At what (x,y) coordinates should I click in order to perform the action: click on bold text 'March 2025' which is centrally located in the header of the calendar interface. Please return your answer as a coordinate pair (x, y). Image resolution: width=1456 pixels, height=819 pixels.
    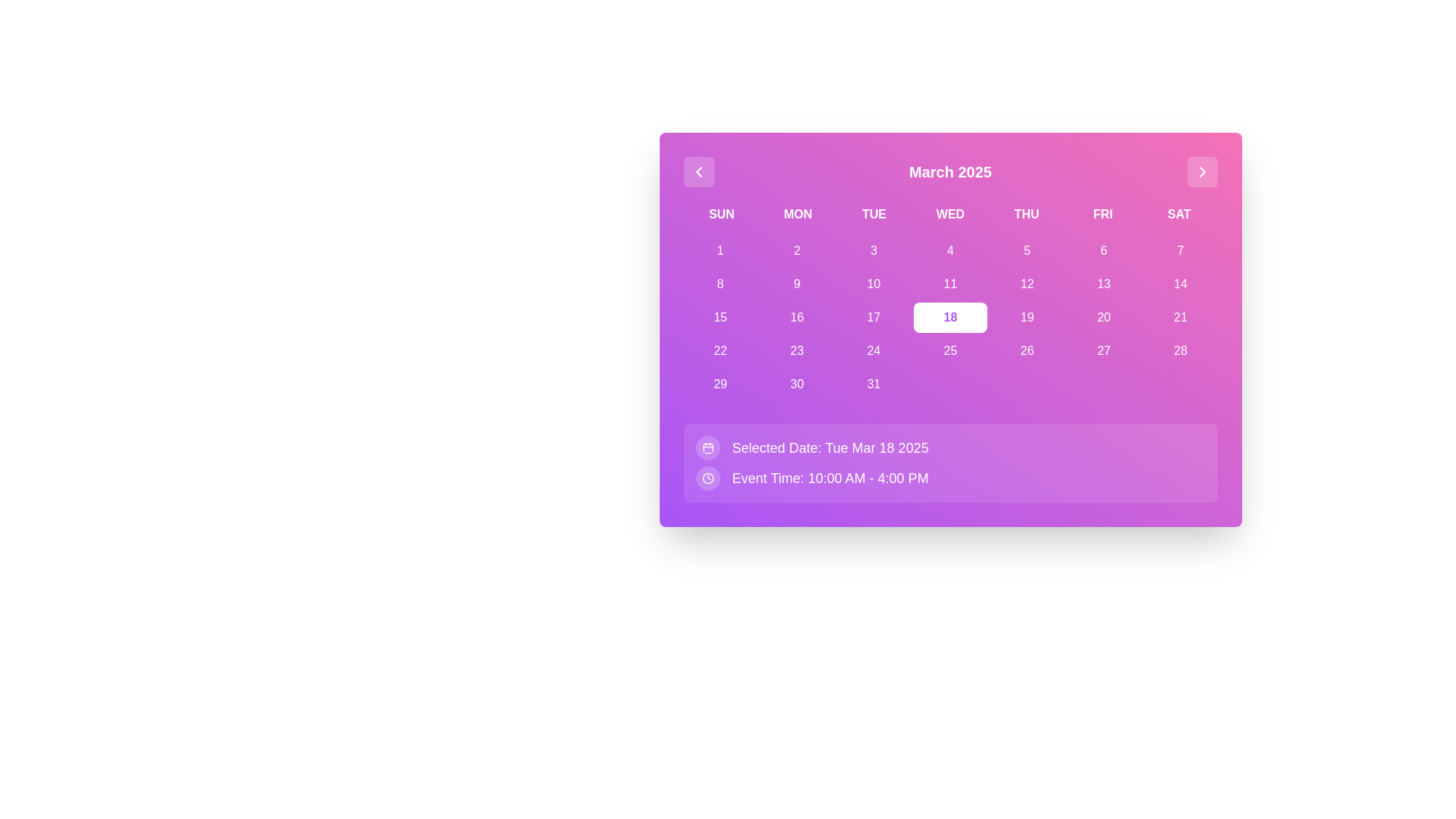
    Looking at the image, I should click on (949, 171).